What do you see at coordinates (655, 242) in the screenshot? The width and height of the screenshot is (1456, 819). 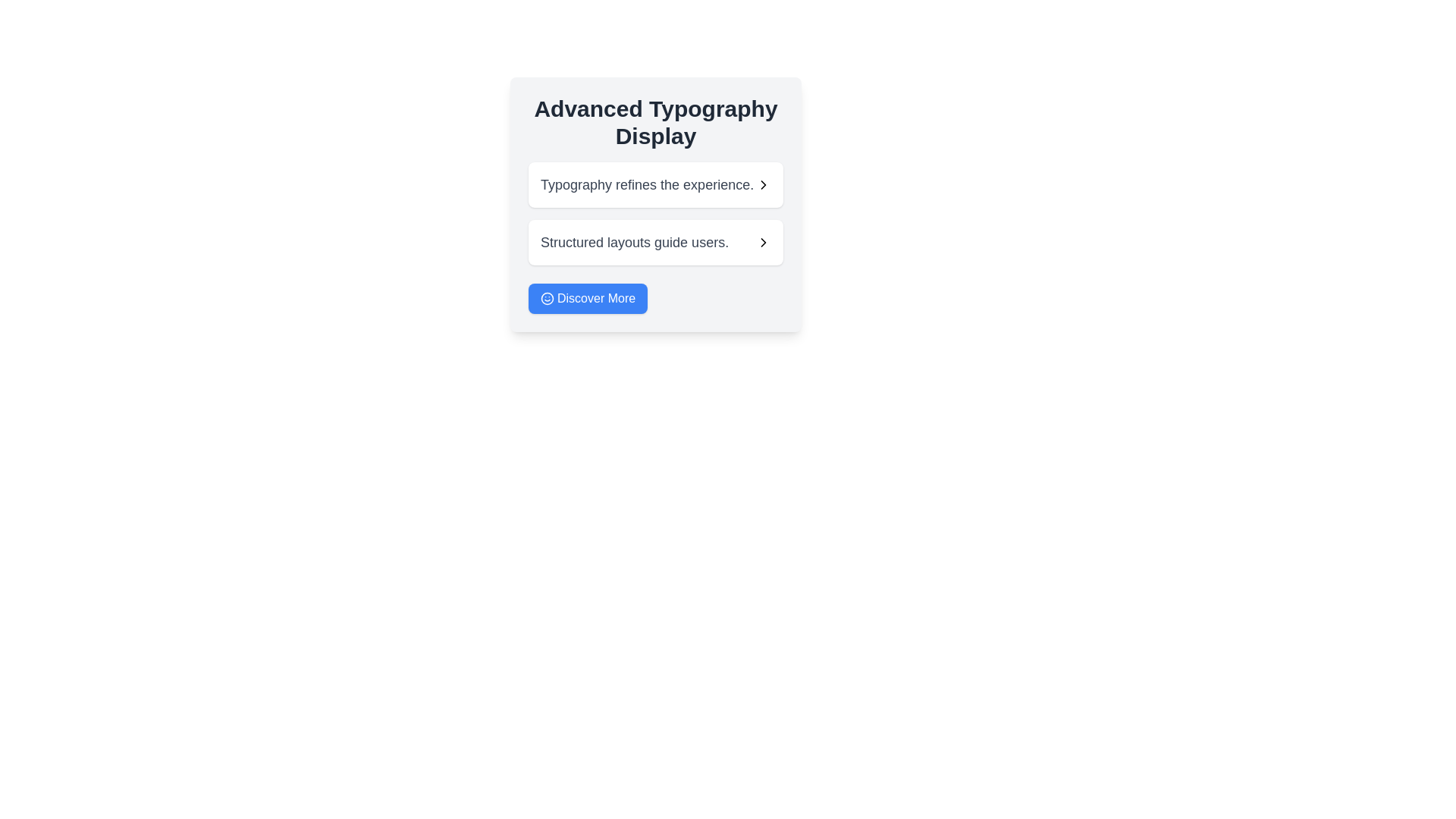 I see `the second clickable row containing the text 'Structured layouts guide users.'` at bounding box center [655, 242].